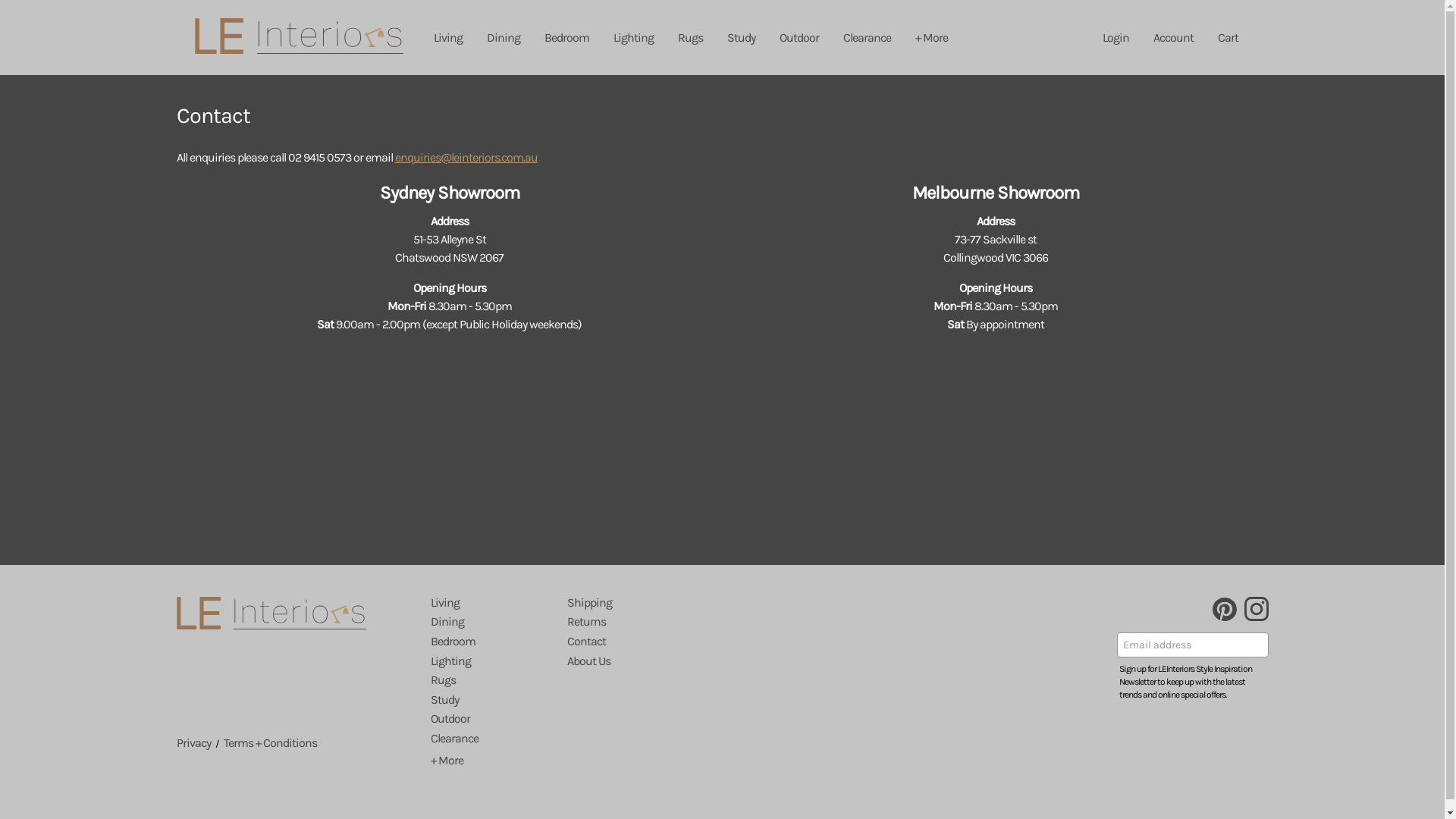  I want to click on 'Dining', so click(503, 36).